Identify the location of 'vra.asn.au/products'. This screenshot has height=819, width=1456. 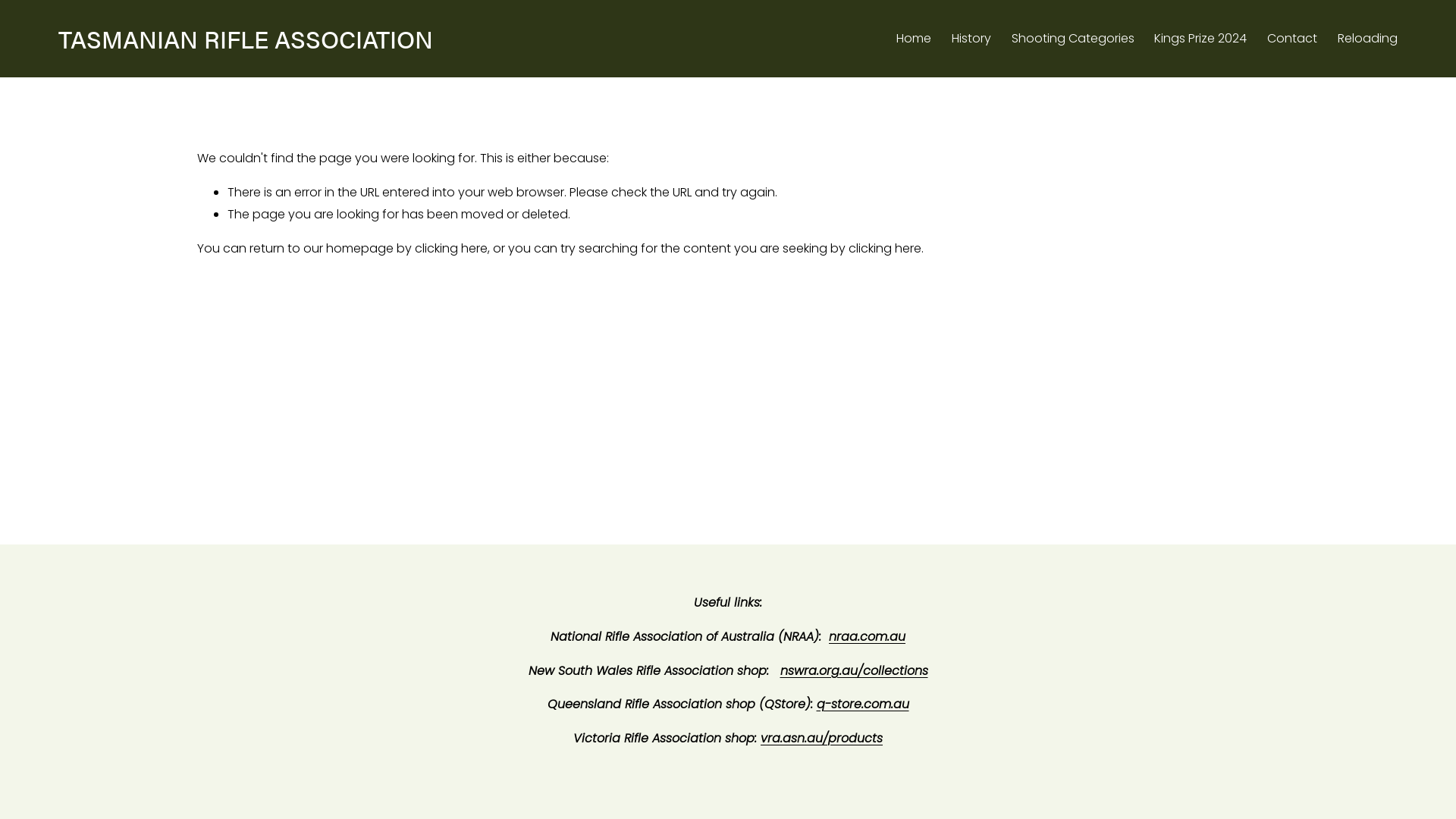
(821, 738).